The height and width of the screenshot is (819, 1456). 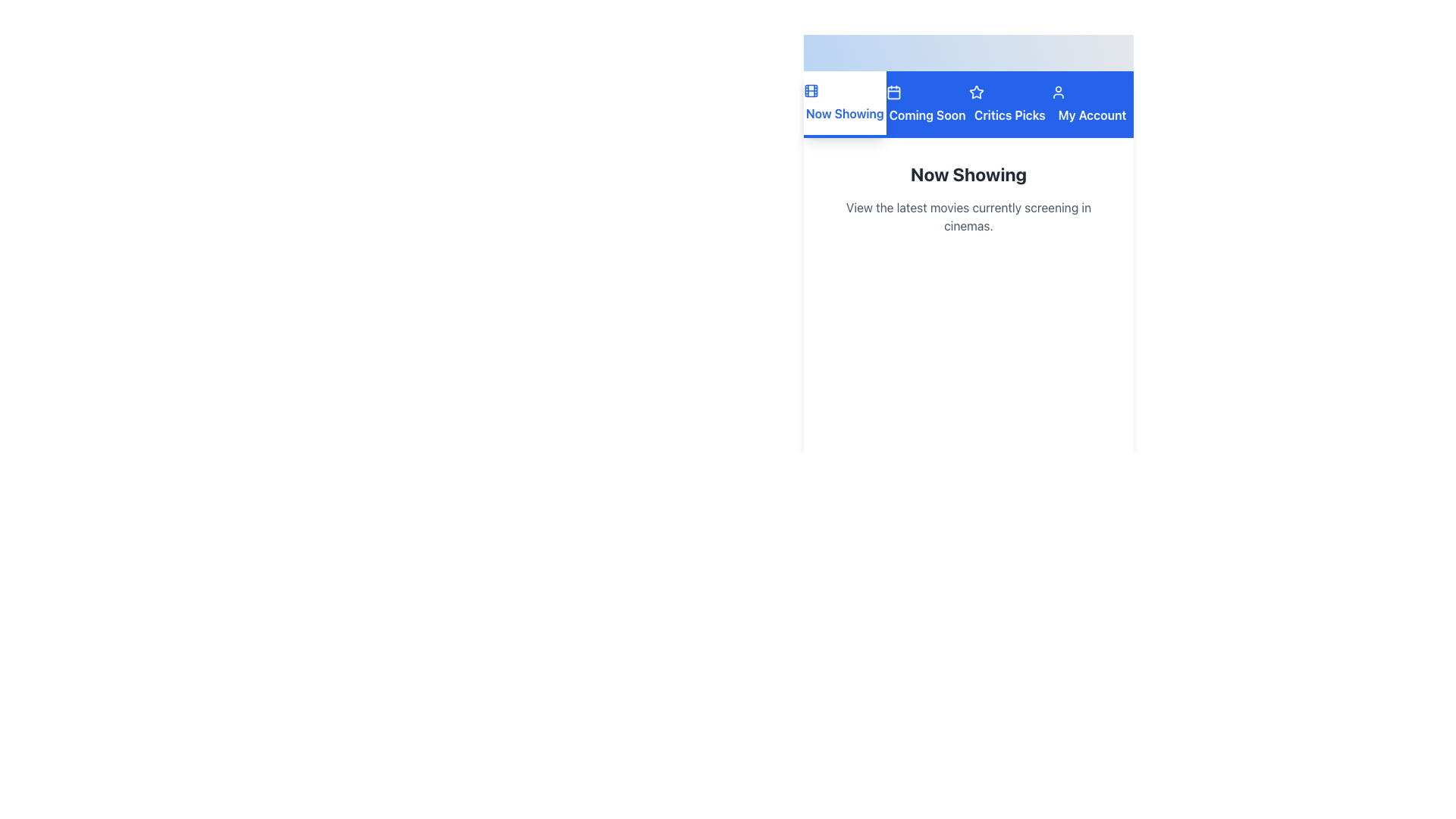 I want to click on the 'Coming Soon' navigation label, which is the second item in the top navigation bar, so click(x=927, y=114).